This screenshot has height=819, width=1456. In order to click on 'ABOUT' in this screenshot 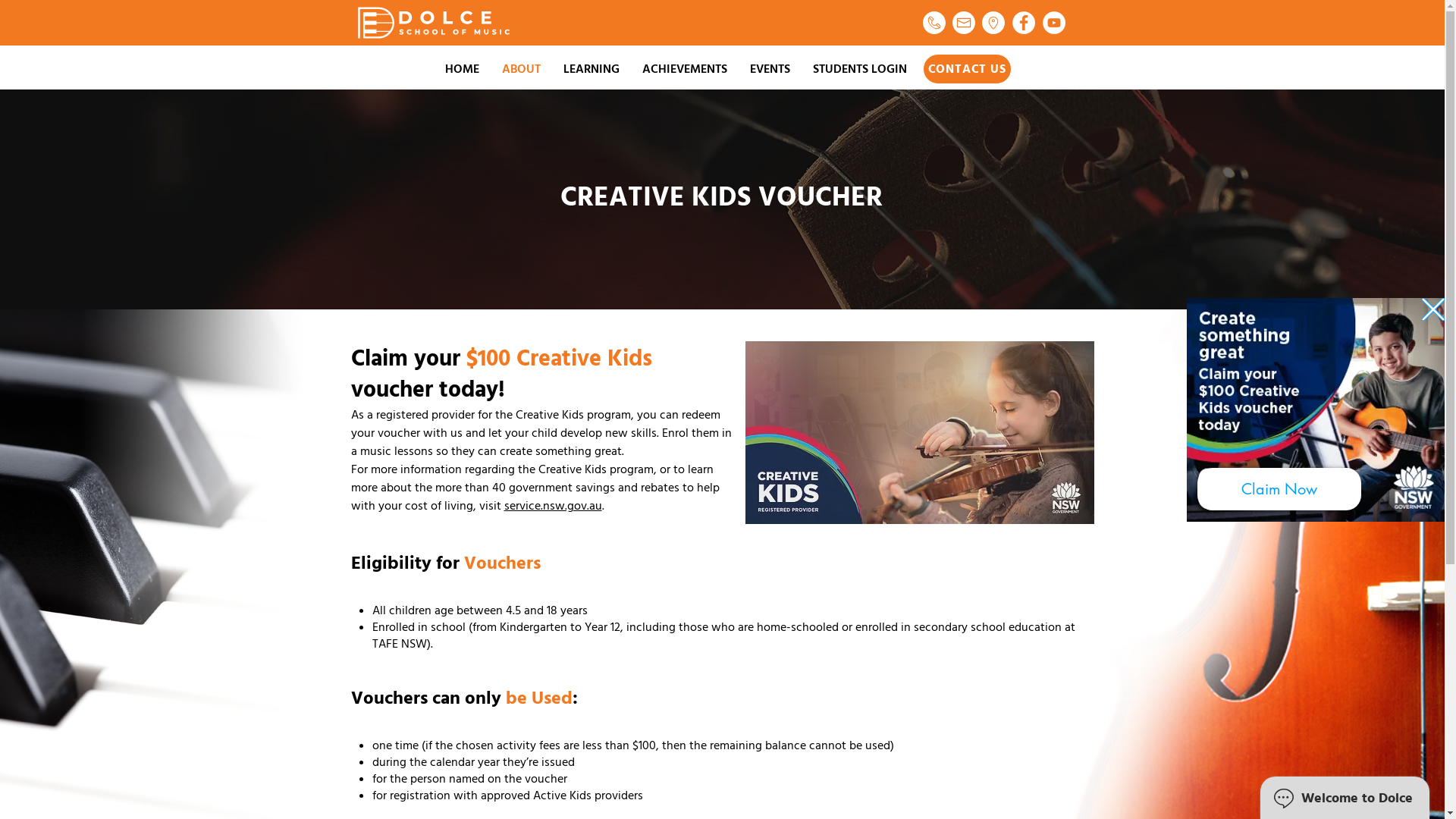, I will do `click(520, 69)`.